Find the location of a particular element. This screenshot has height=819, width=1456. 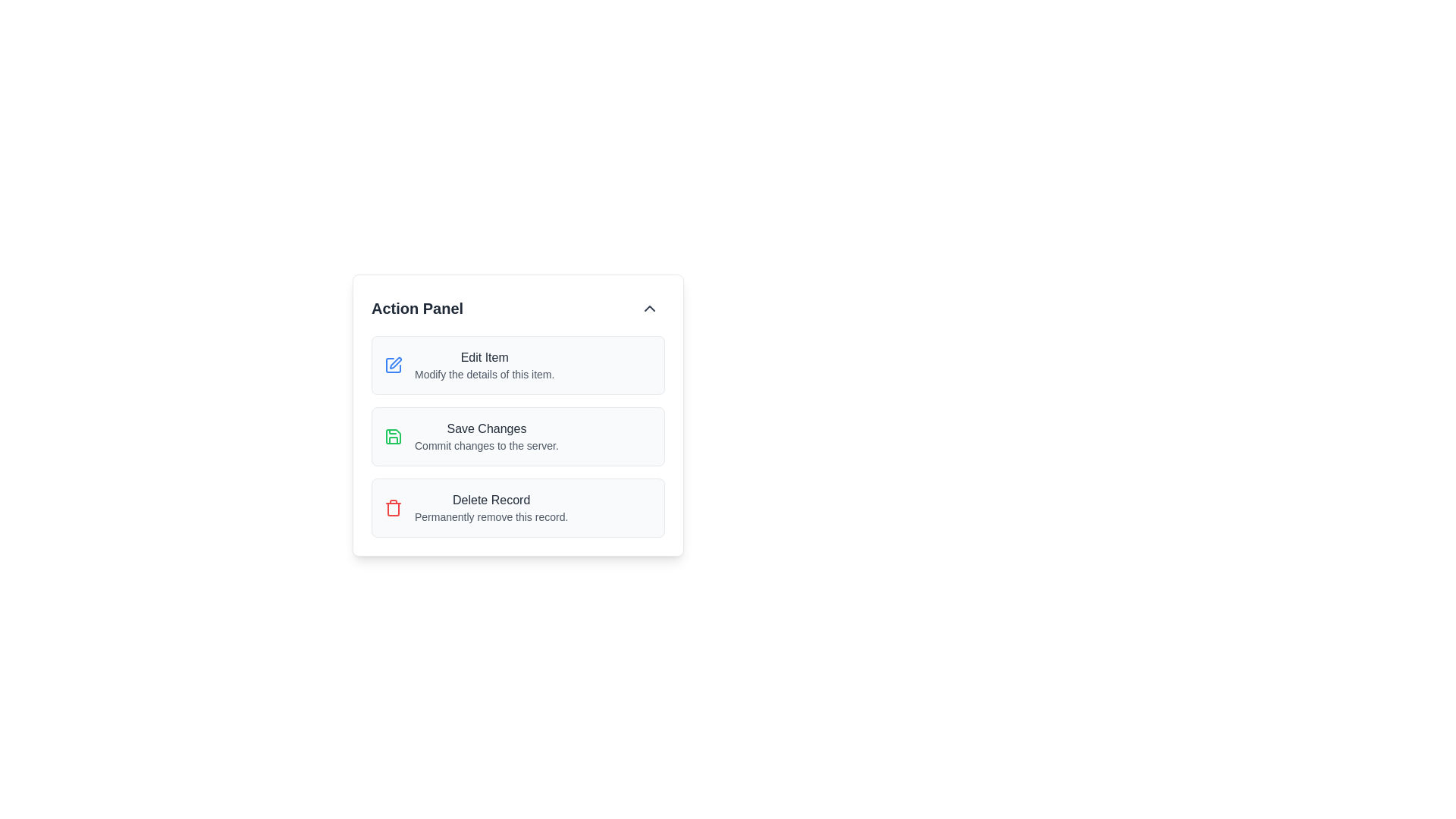

the edit button located at the top of the 'Action Panel' is located at coordinates (518, 366).